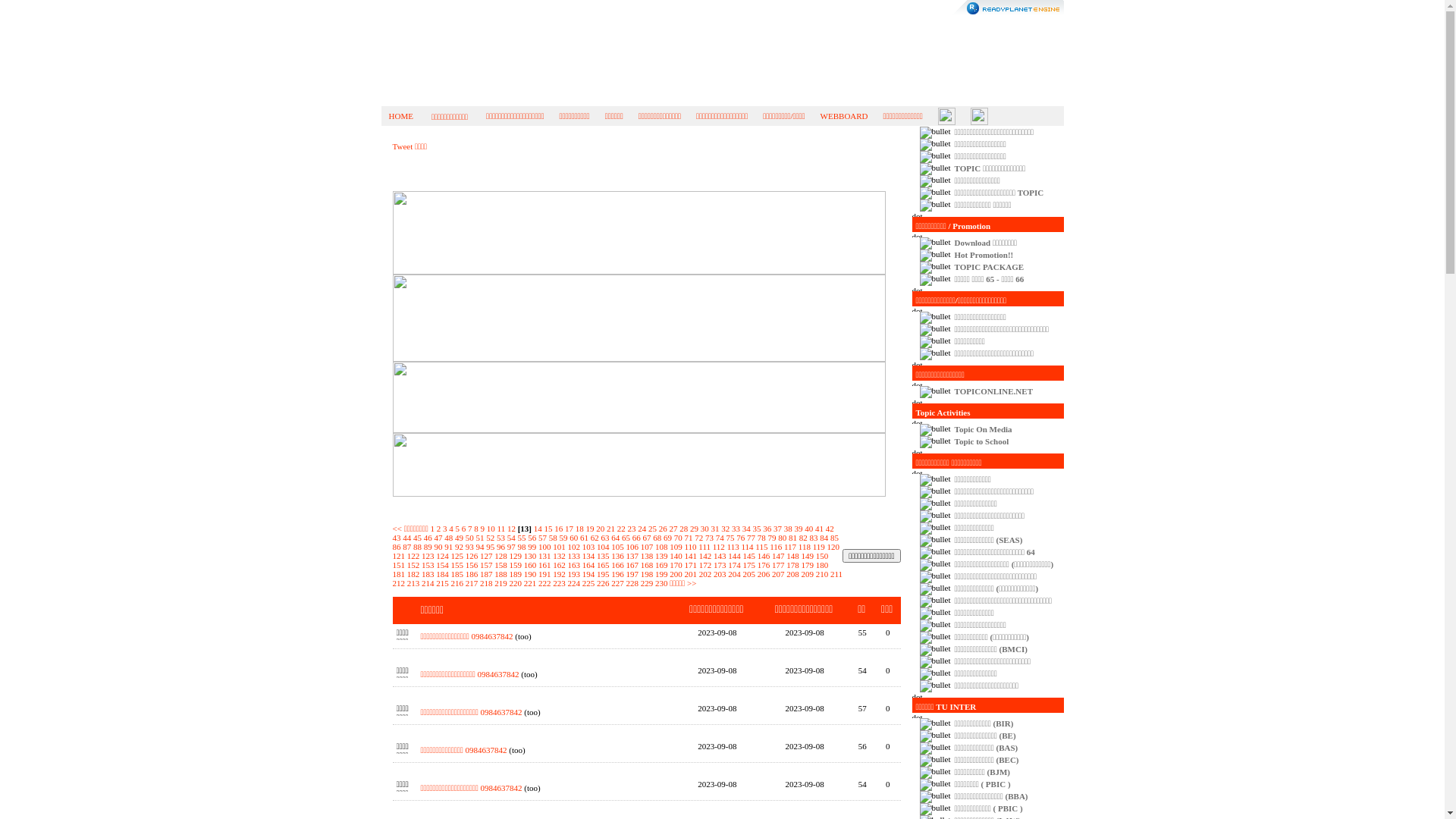 The height and width of the screenshot is (819, 1456). What do you see at coordinates (588, 573) in the screenshot?
I see `'194'` at bounding box center [588, 573].